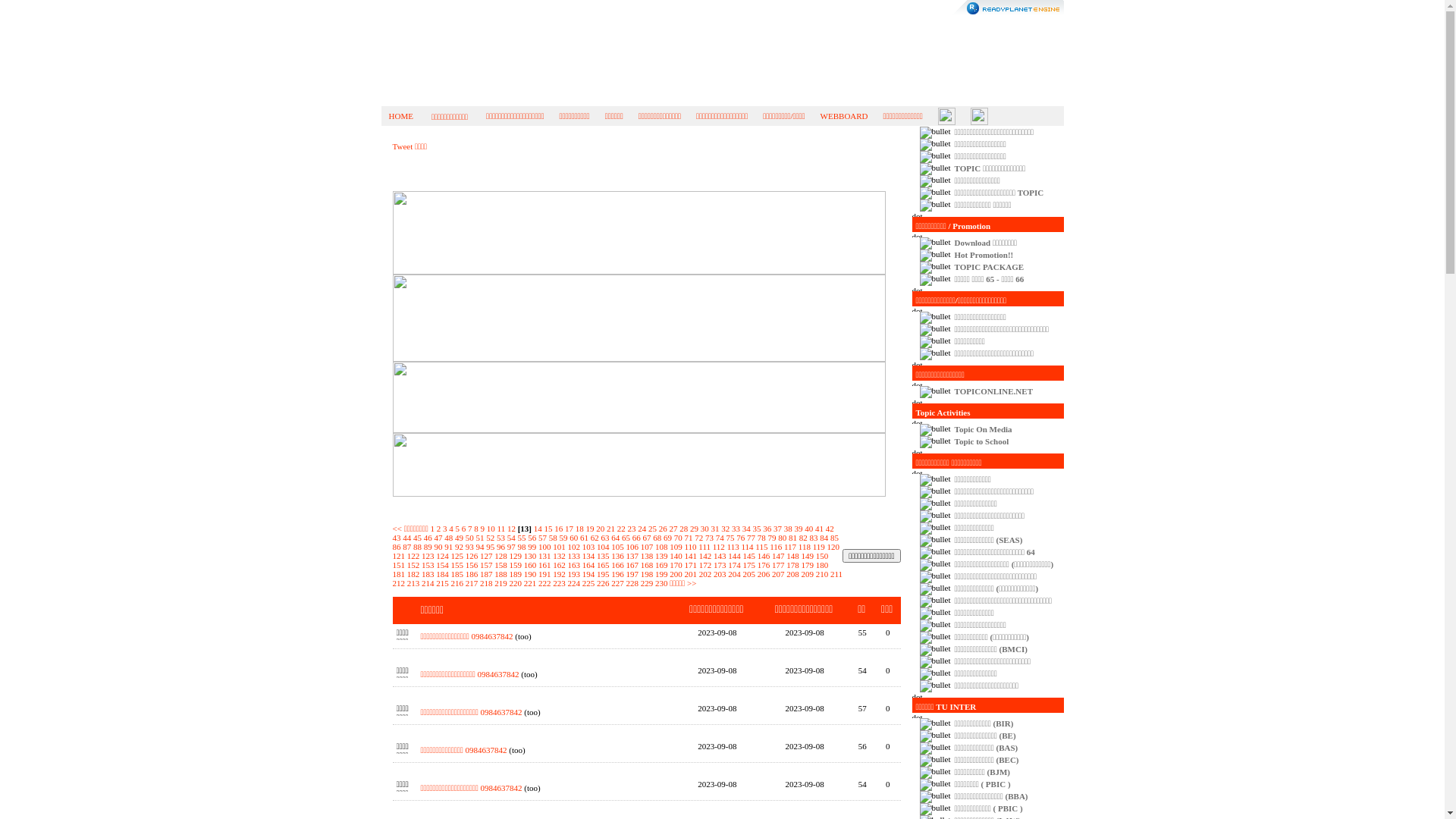 The height and width of the screenshot is (819, 1456). What do you see at coordinates (588, 573) in the screenshot?
I see `'194'` at bounding box center [588, 573].